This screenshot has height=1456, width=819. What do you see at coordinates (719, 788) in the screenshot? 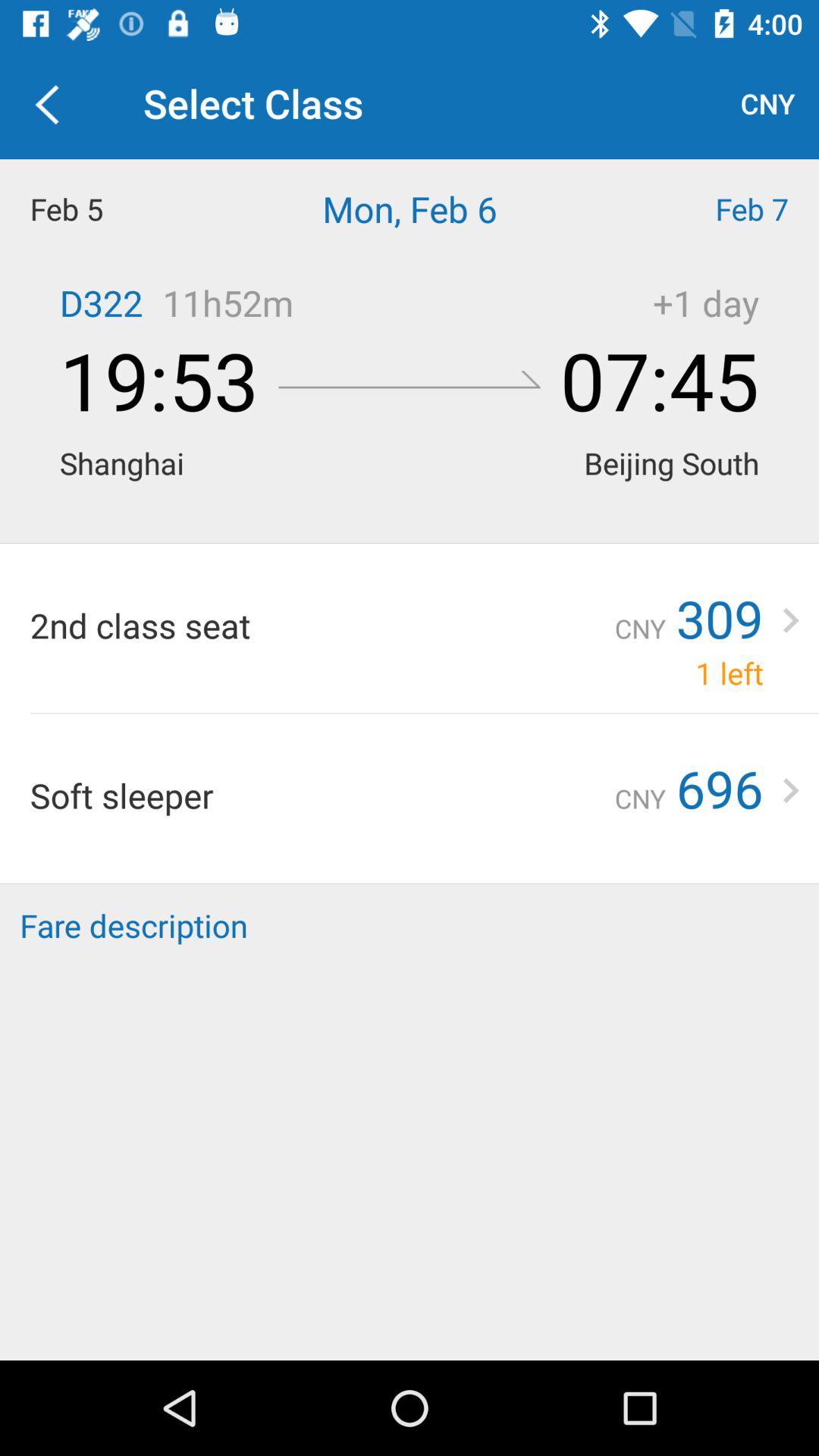
I see `item to the right of cny` at bounding box center [719, 788].